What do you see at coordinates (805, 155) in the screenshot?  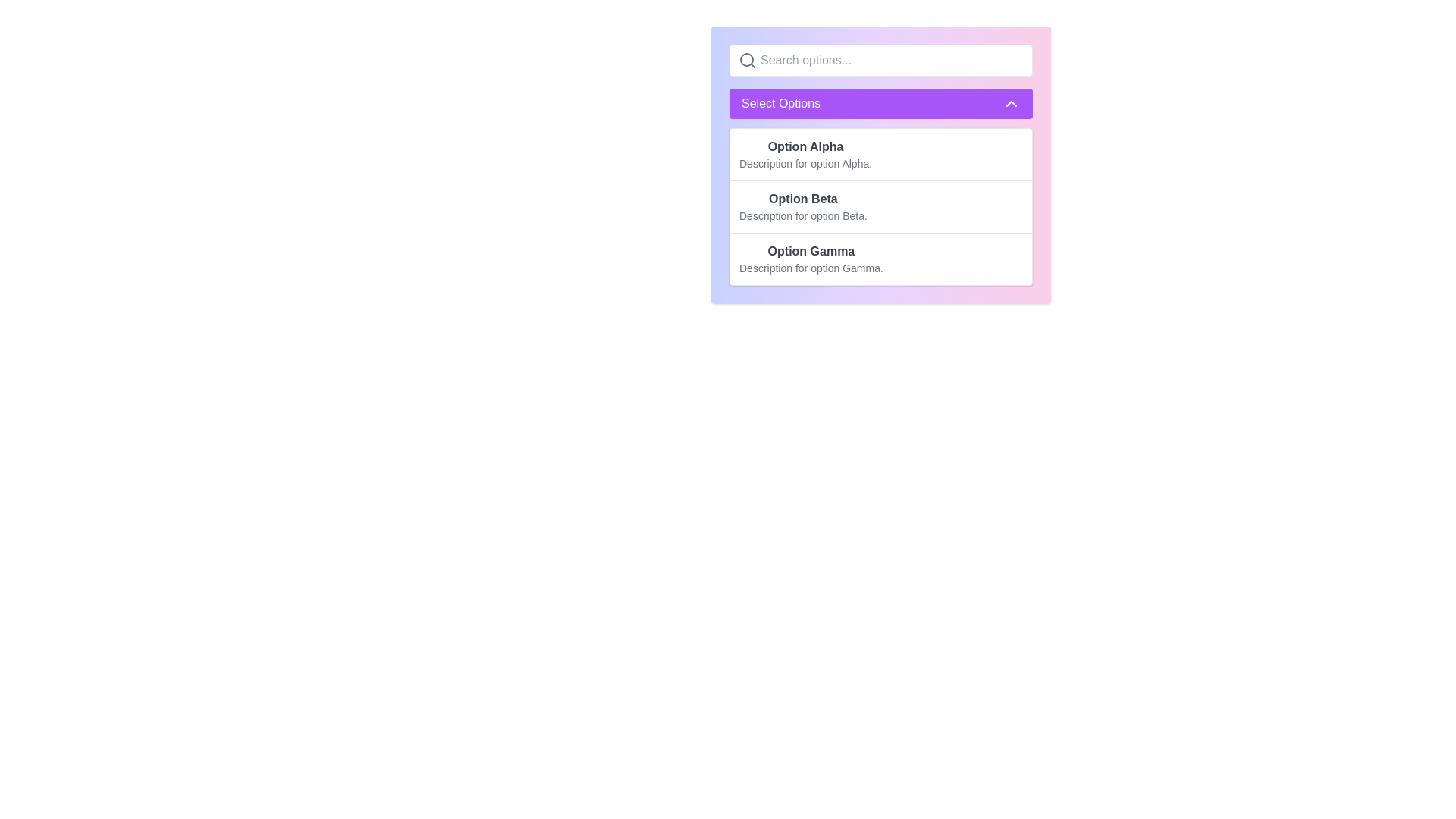 I see `the first list item labeled 'Option Alpha'` at bounding box center [805, 155].